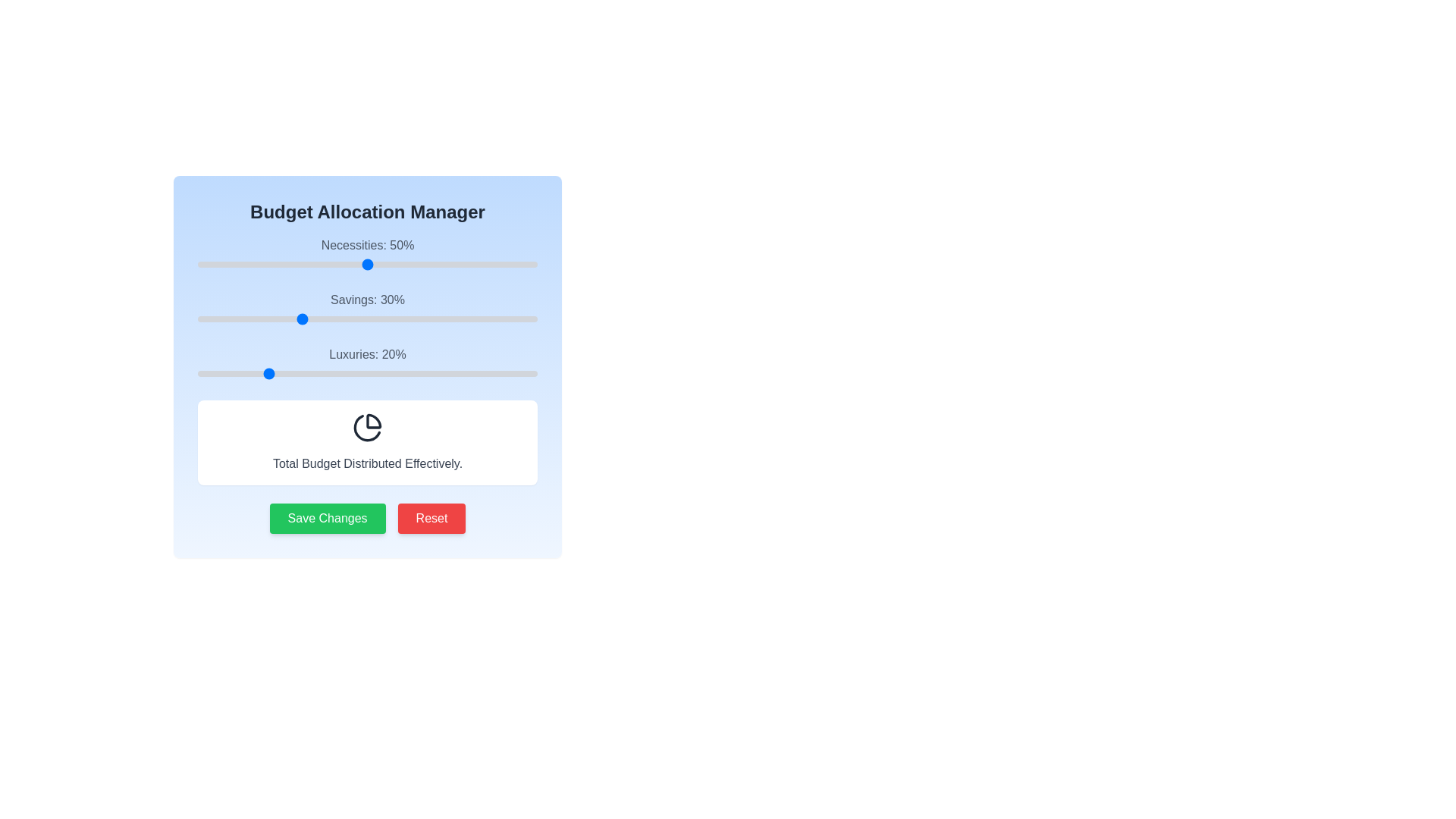 The image size is (1456, 819). Describe the element at coordinates (458, 318) in the screenshot. I see `the savings percentage` at that location.